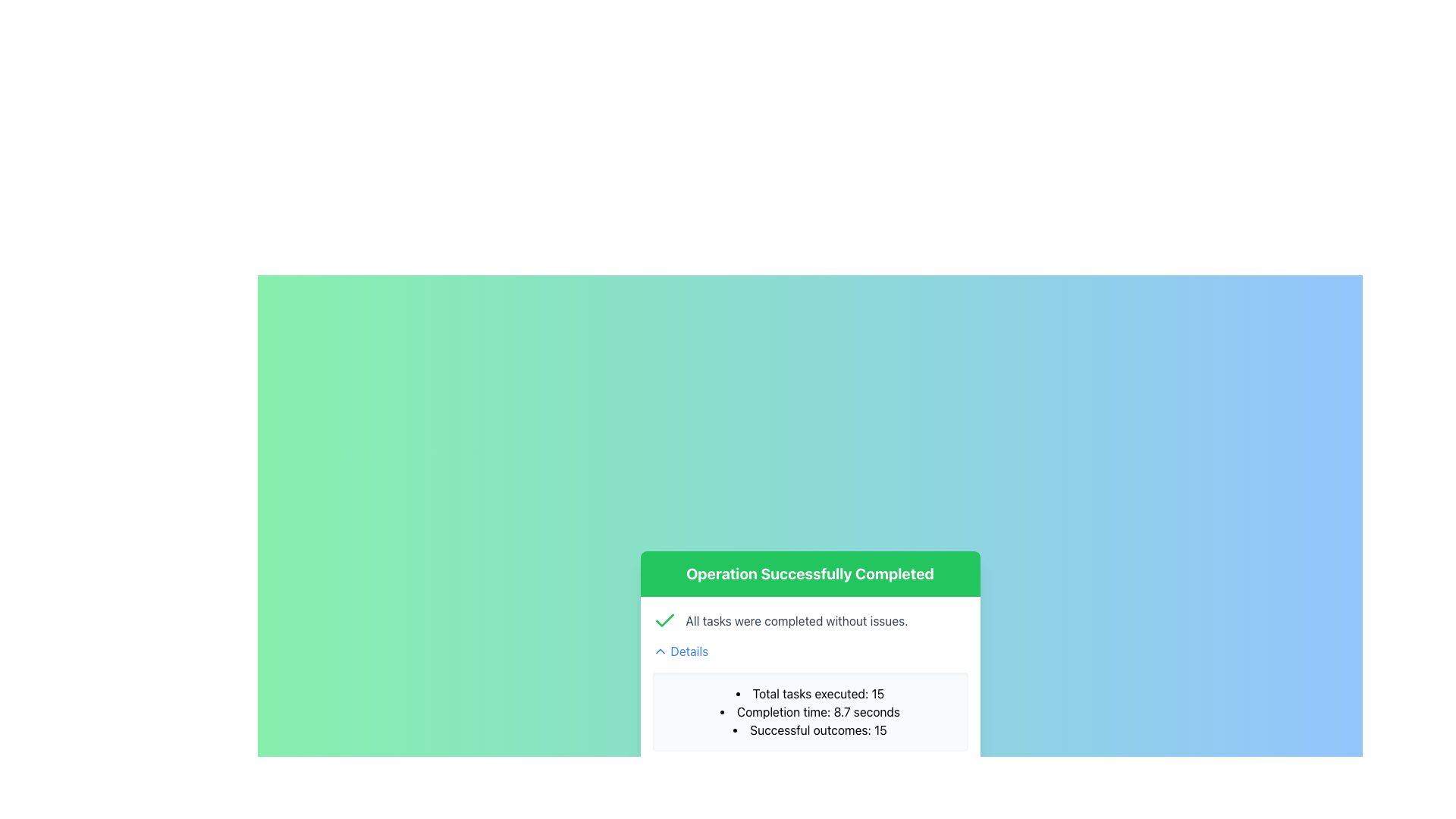 The image size is (1456, 819). What do you see at coordinates (809, 711) in the screenshot?
I see `the text element that reads 'Completion time: 8.7 seconds', which is the second item in a three-item bulleted list under the title 'Operation Successfully Completed'` at bounding box center [809, 711].